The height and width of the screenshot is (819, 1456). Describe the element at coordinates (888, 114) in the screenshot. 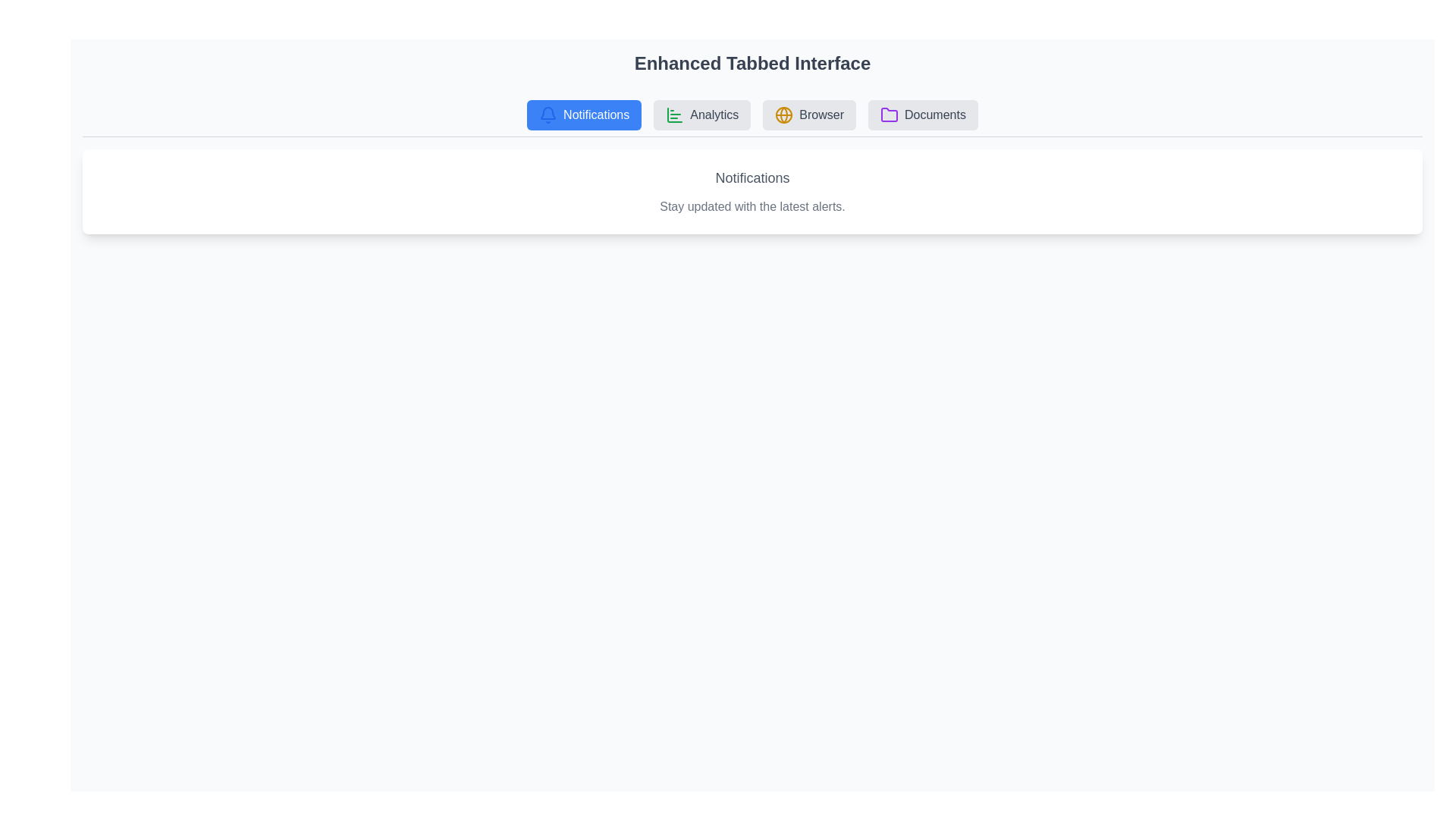

I see `the icon associated with the Documents tab` at that location.